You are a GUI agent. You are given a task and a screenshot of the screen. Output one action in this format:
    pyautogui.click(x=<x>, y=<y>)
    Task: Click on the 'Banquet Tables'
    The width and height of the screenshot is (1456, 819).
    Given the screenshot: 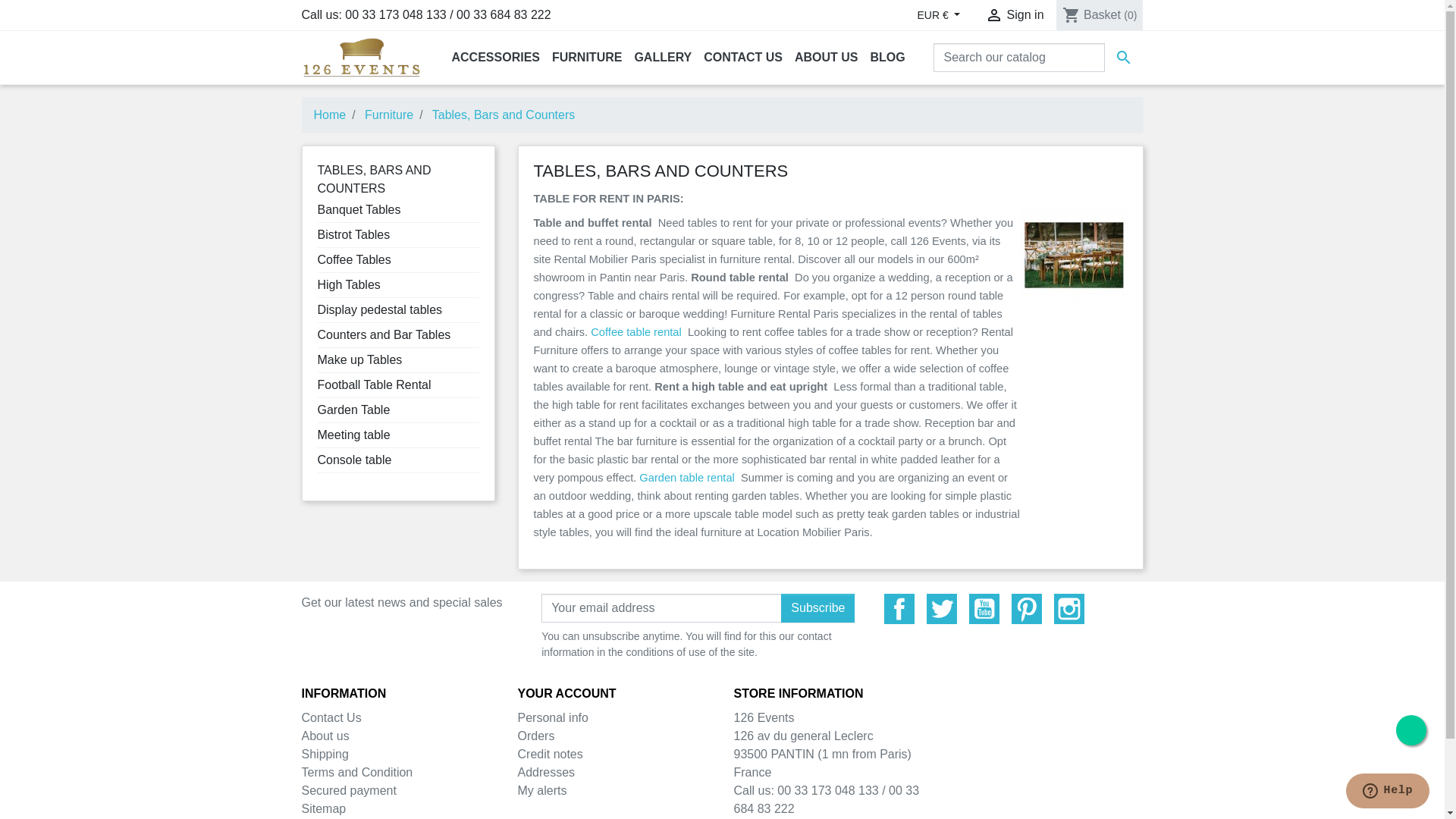 What is the action you would take?
    pyautogui.click(x=315, y=209)
    